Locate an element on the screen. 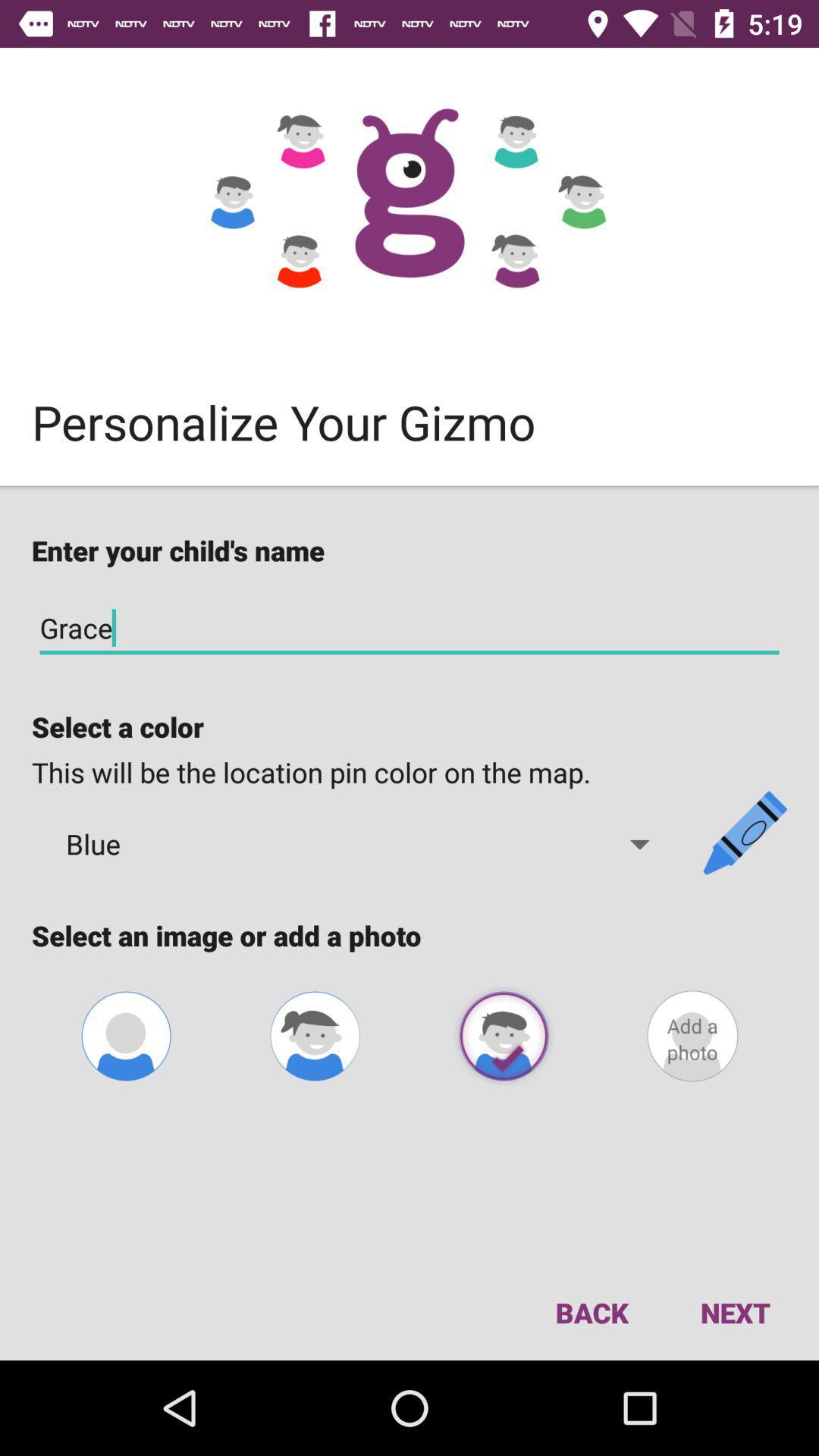 The width and height of the screenshot is (819, 1456). image is located at coordinates (125, 1035).